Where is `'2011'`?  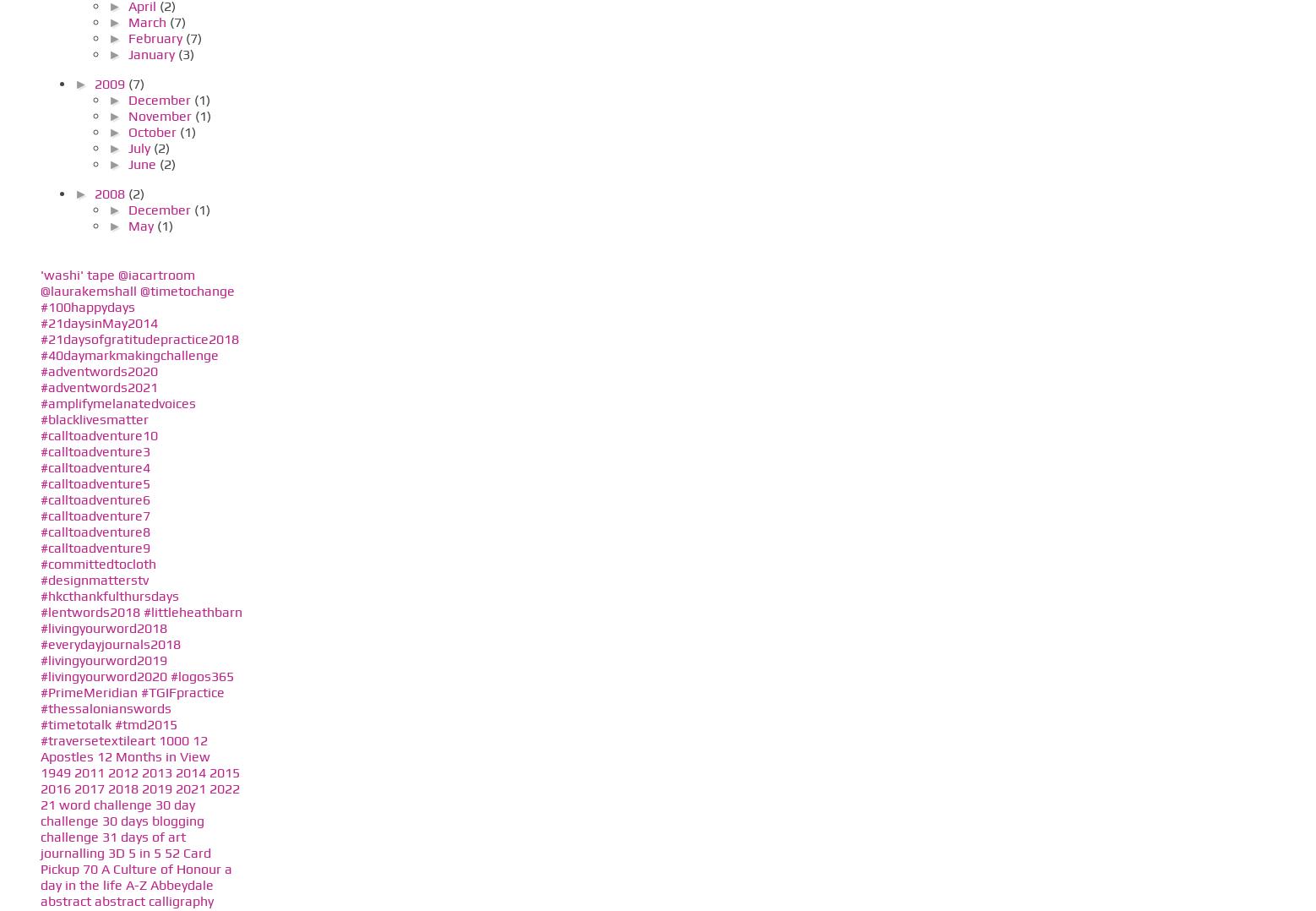 '2011' is located at coordinates (88, 772).